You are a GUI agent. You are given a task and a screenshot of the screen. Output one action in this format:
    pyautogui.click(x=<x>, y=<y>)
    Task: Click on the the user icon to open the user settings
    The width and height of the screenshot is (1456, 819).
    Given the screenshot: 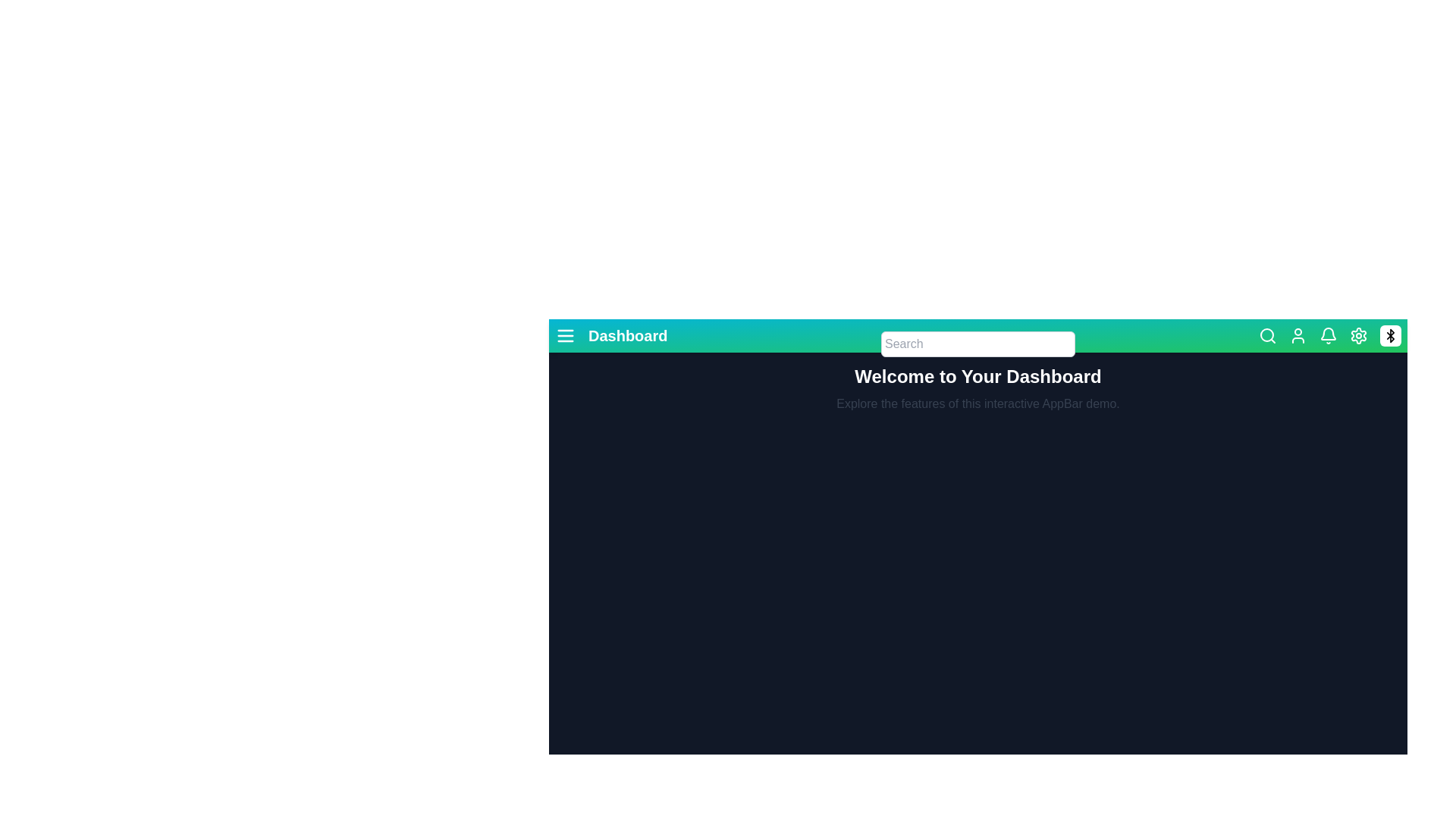 What is the action you would take?
    pyautogui.click(x=1298, y=335)
    